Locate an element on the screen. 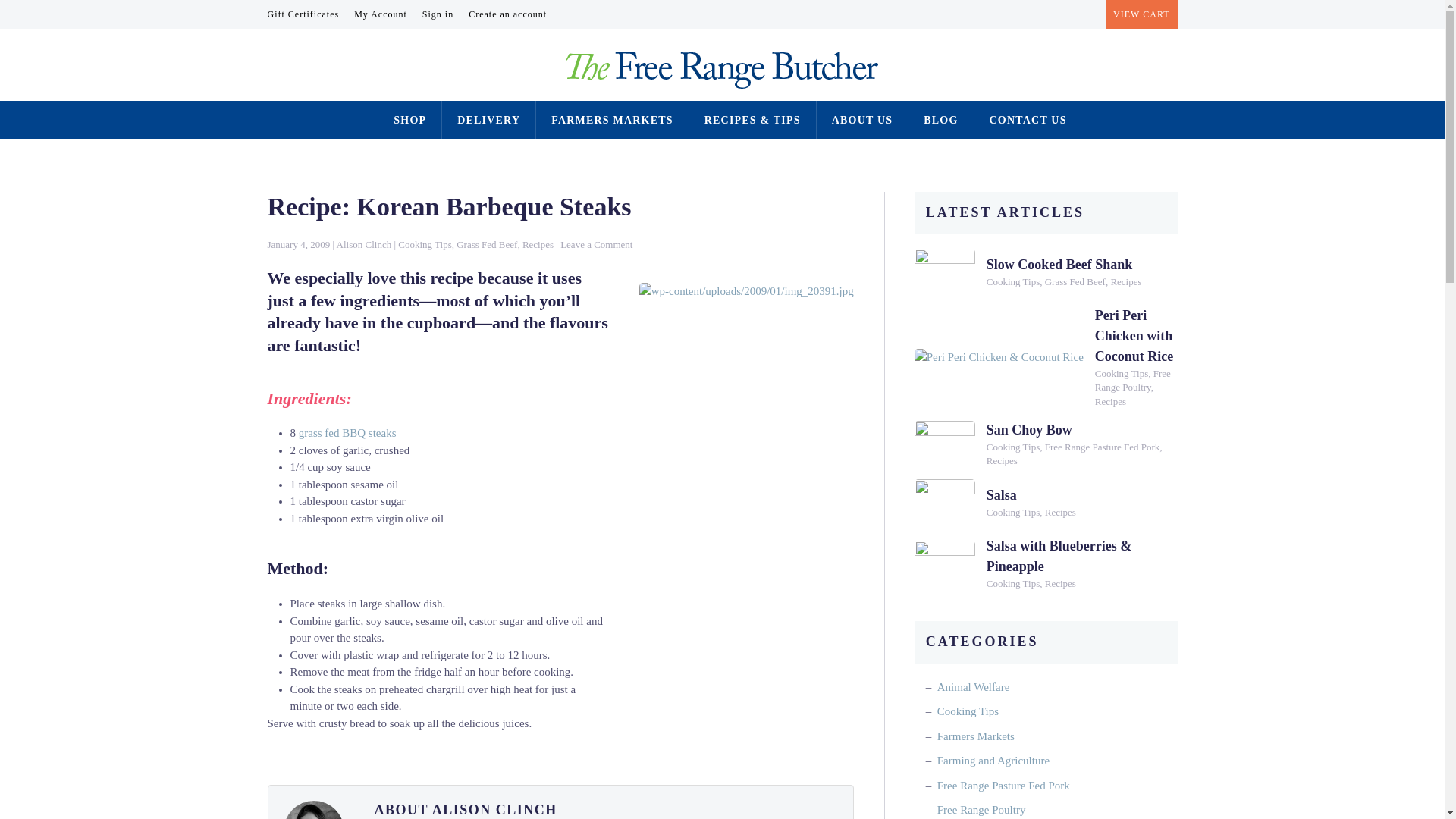 The height and width of the screenshot is (819, 1456). 'Sign in' is located at coordinates (437, 14).